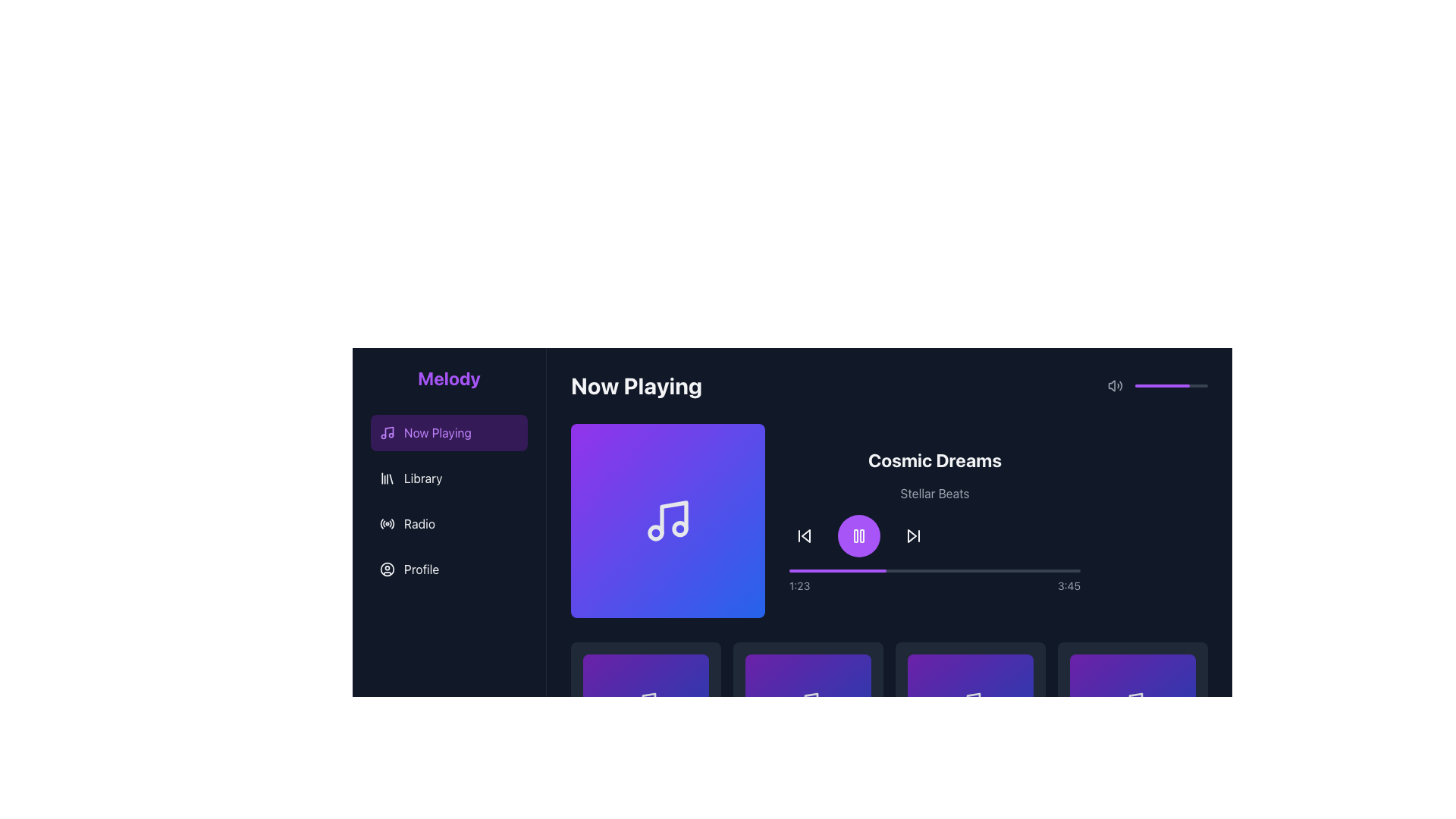  I want to click on the pause icon button, which consists of two vertically aligned rectangular bars on a purple rounded background, so click(858, 535).